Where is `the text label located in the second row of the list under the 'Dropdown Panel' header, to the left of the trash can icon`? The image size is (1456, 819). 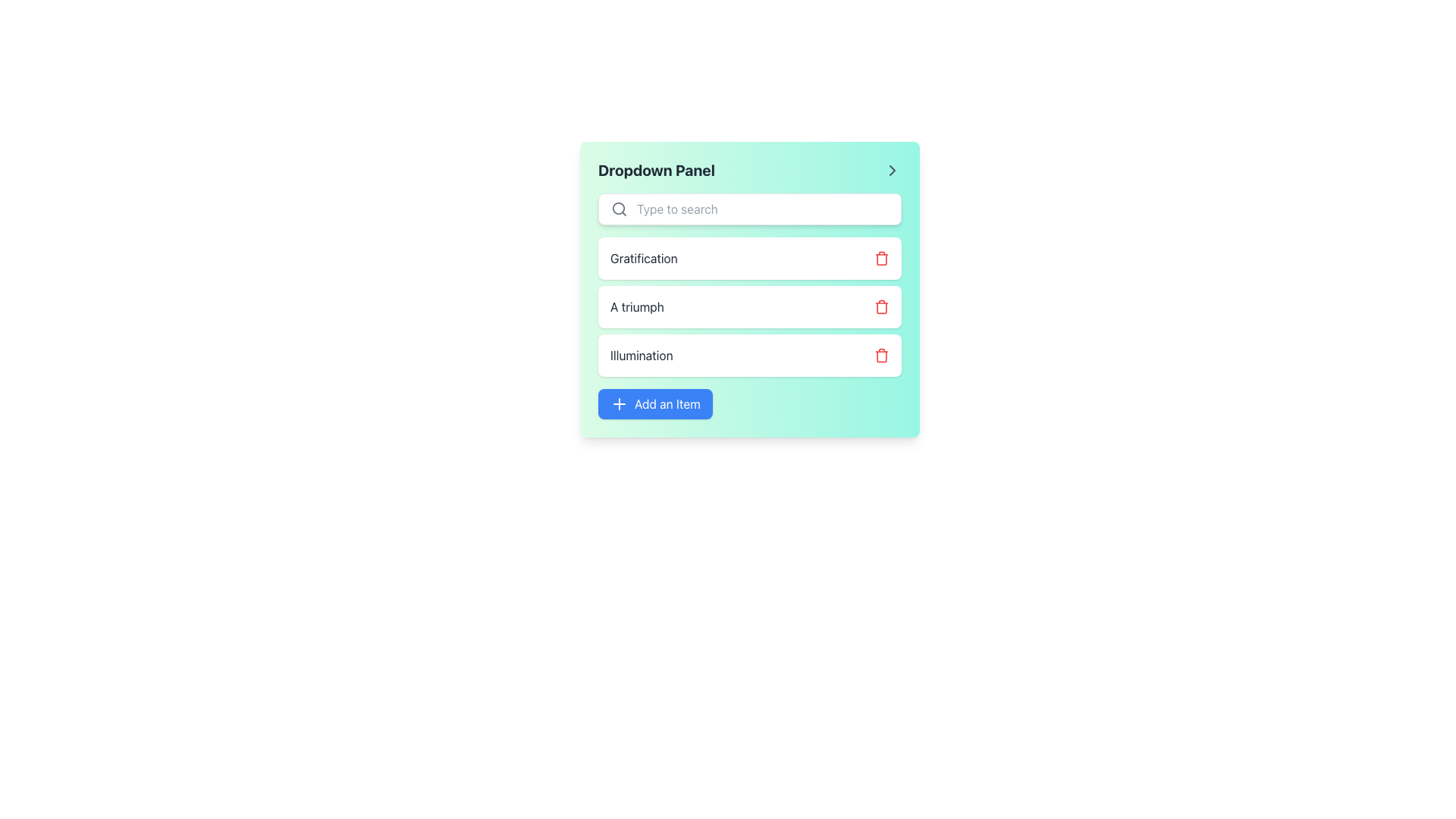 the text label located in the second row of the list under the 'Dropdown Panel' header, to the left of the trash can icon is located at coordinates (644, 257).